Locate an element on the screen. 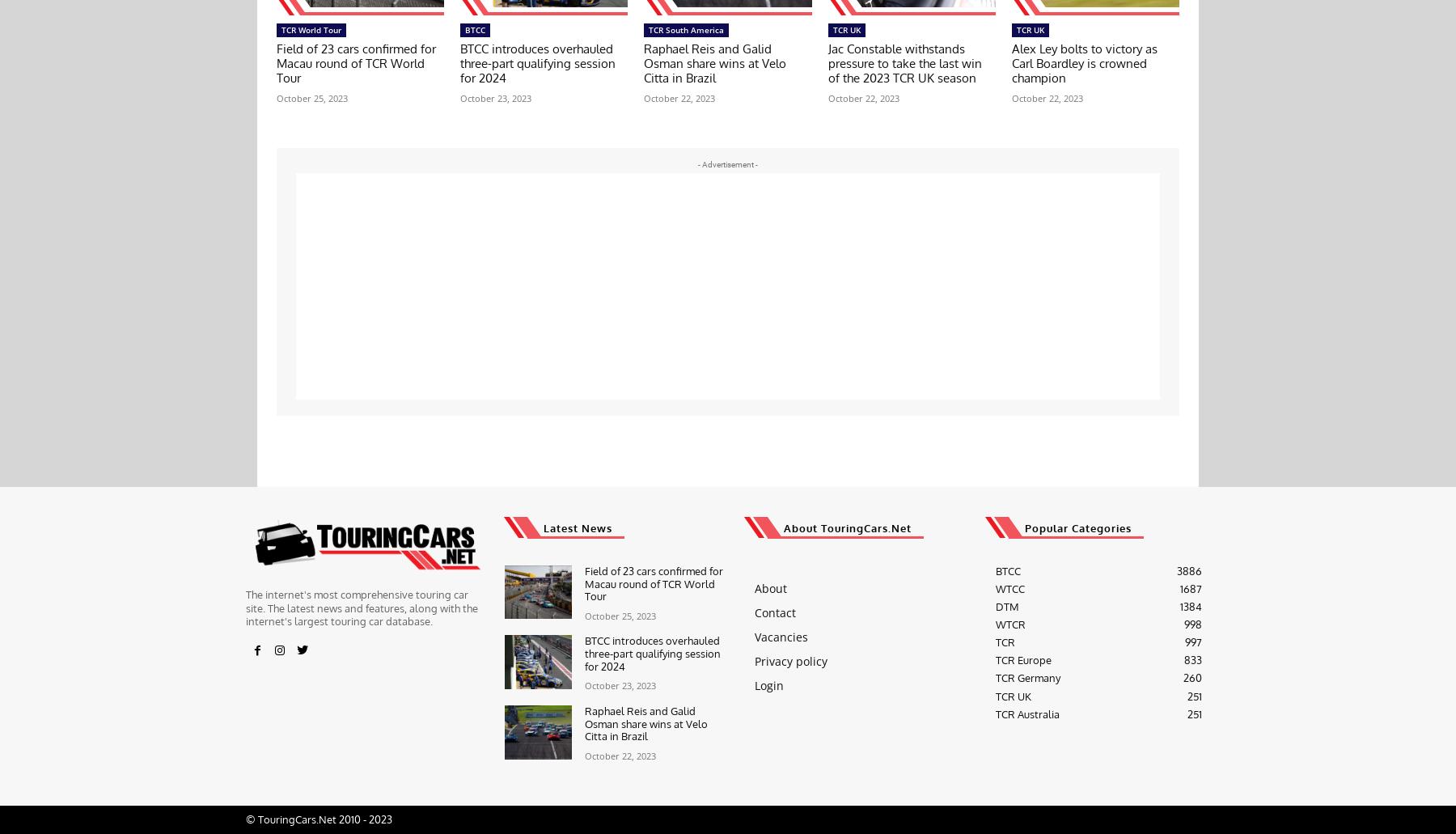 The image size is (1456, 834). '260' is located at coordinates (1191, 677).